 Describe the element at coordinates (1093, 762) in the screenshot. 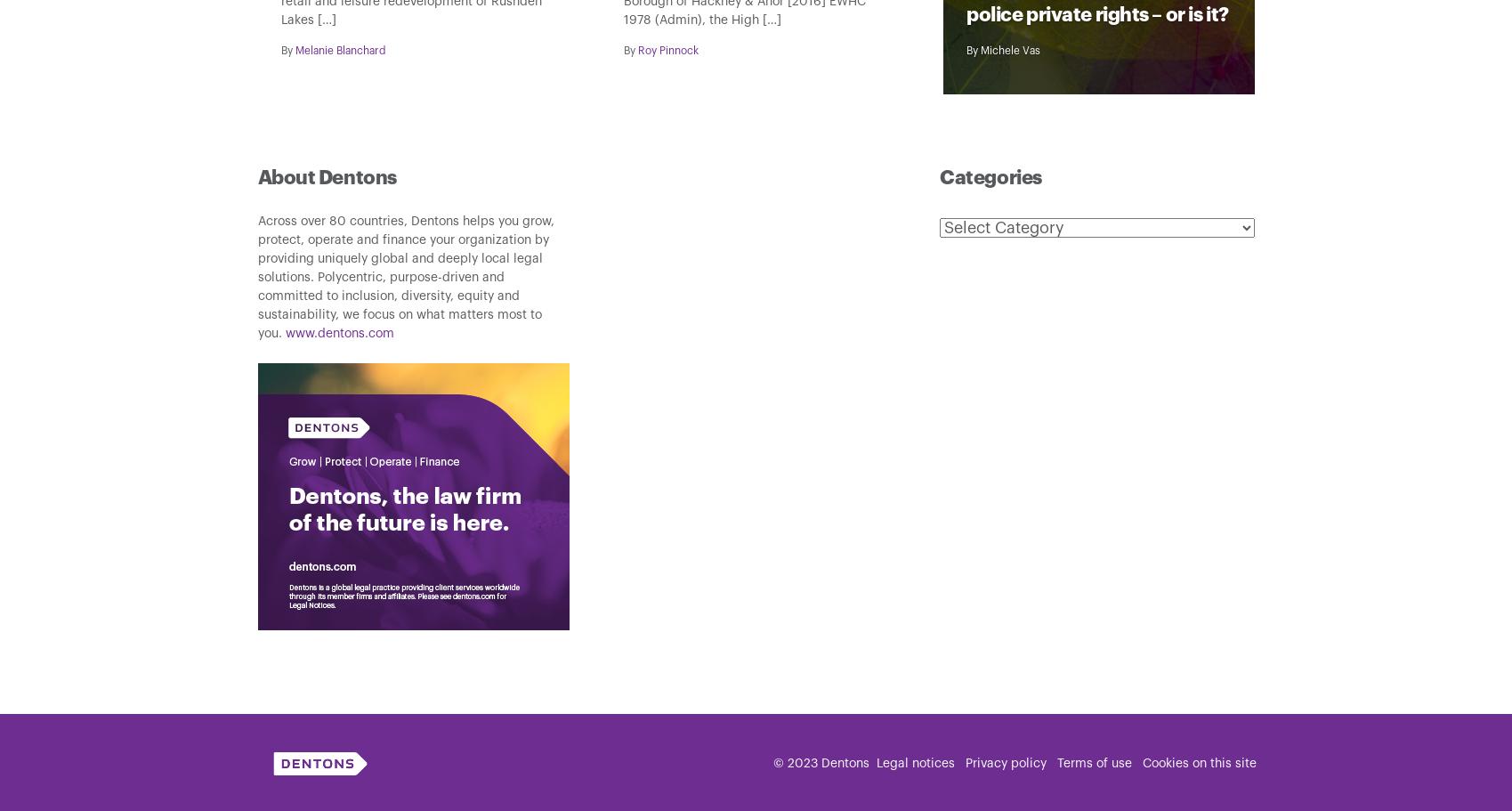

I see `'Terms of use'` at that location.